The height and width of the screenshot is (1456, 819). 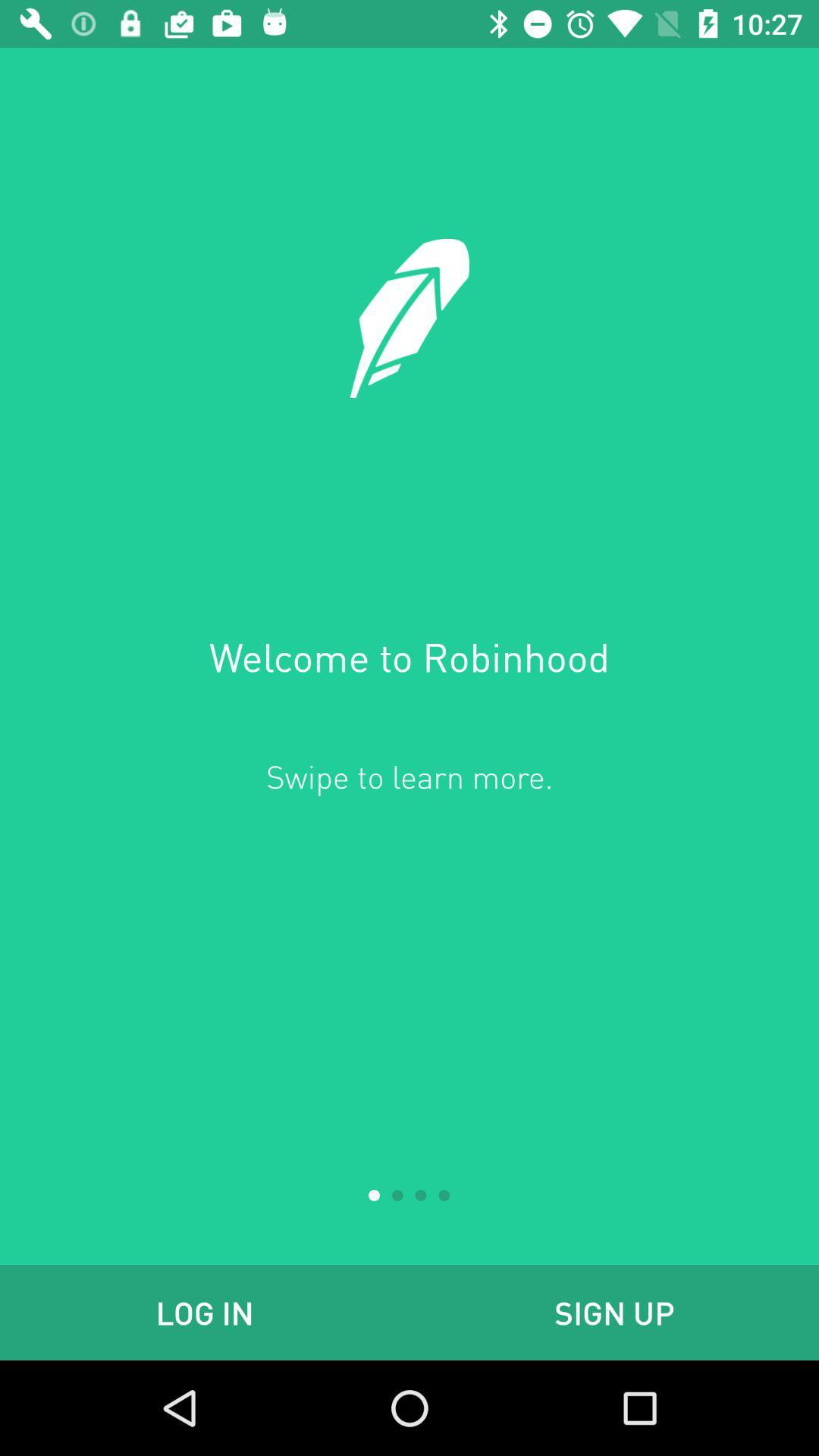 What do you see at coordinates (205, 1312) in the screenshot?
I see `the log in item` at bounding box center [205, 1312].